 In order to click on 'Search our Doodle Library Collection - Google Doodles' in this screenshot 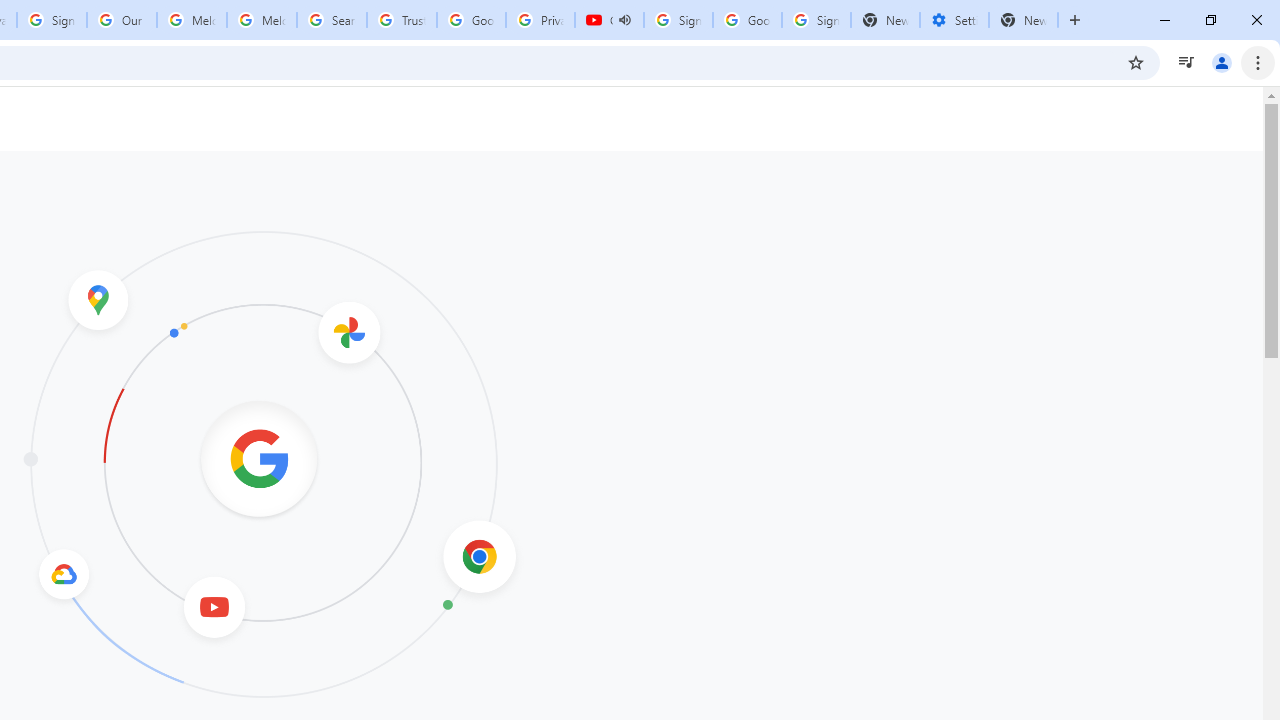, I will do `click(332, 20)`.